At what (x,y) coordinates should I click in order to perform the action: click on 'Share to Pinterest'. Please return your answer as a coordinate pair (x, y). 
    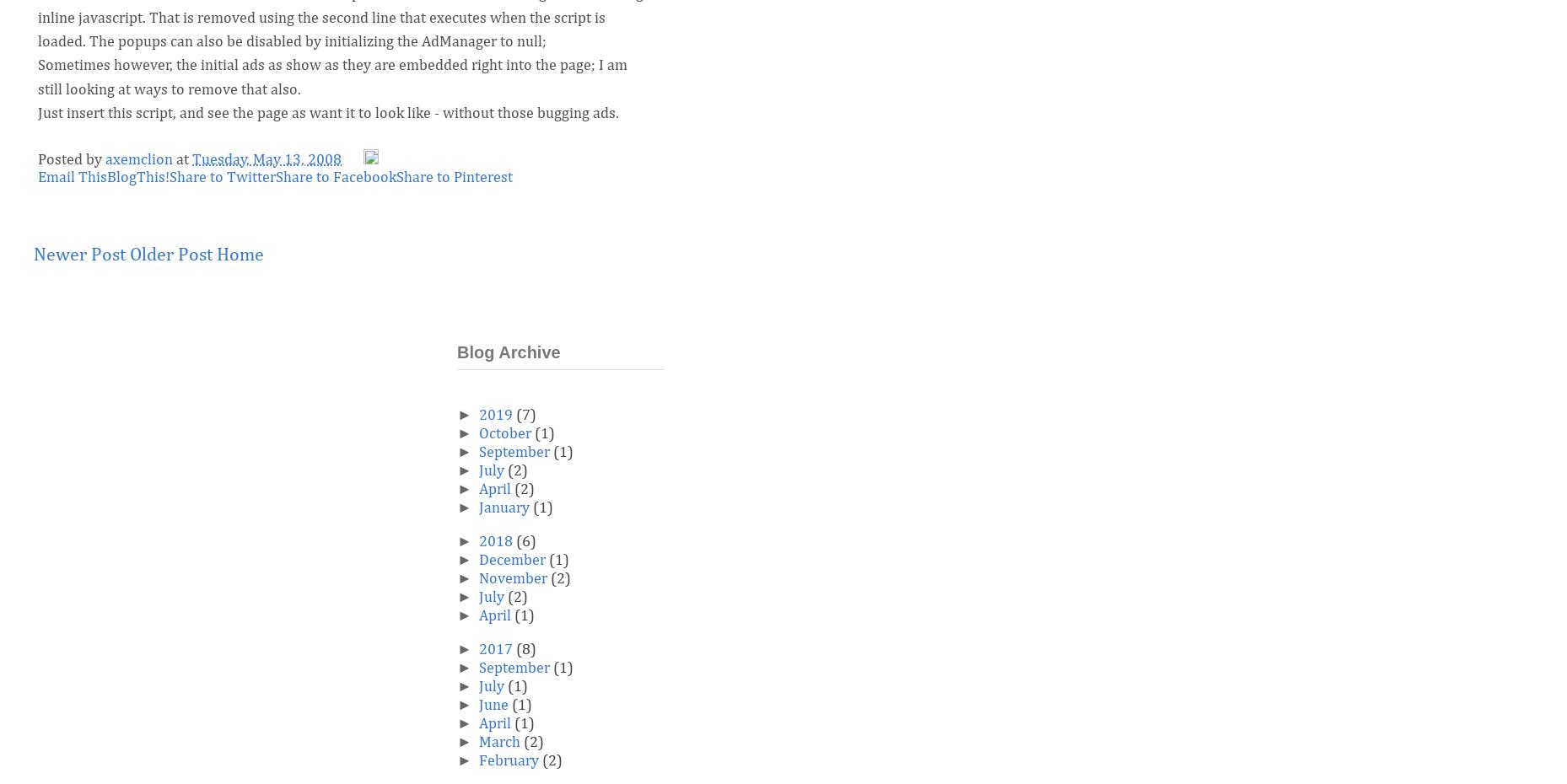
    Looking at the image, I should click on (396, 175).